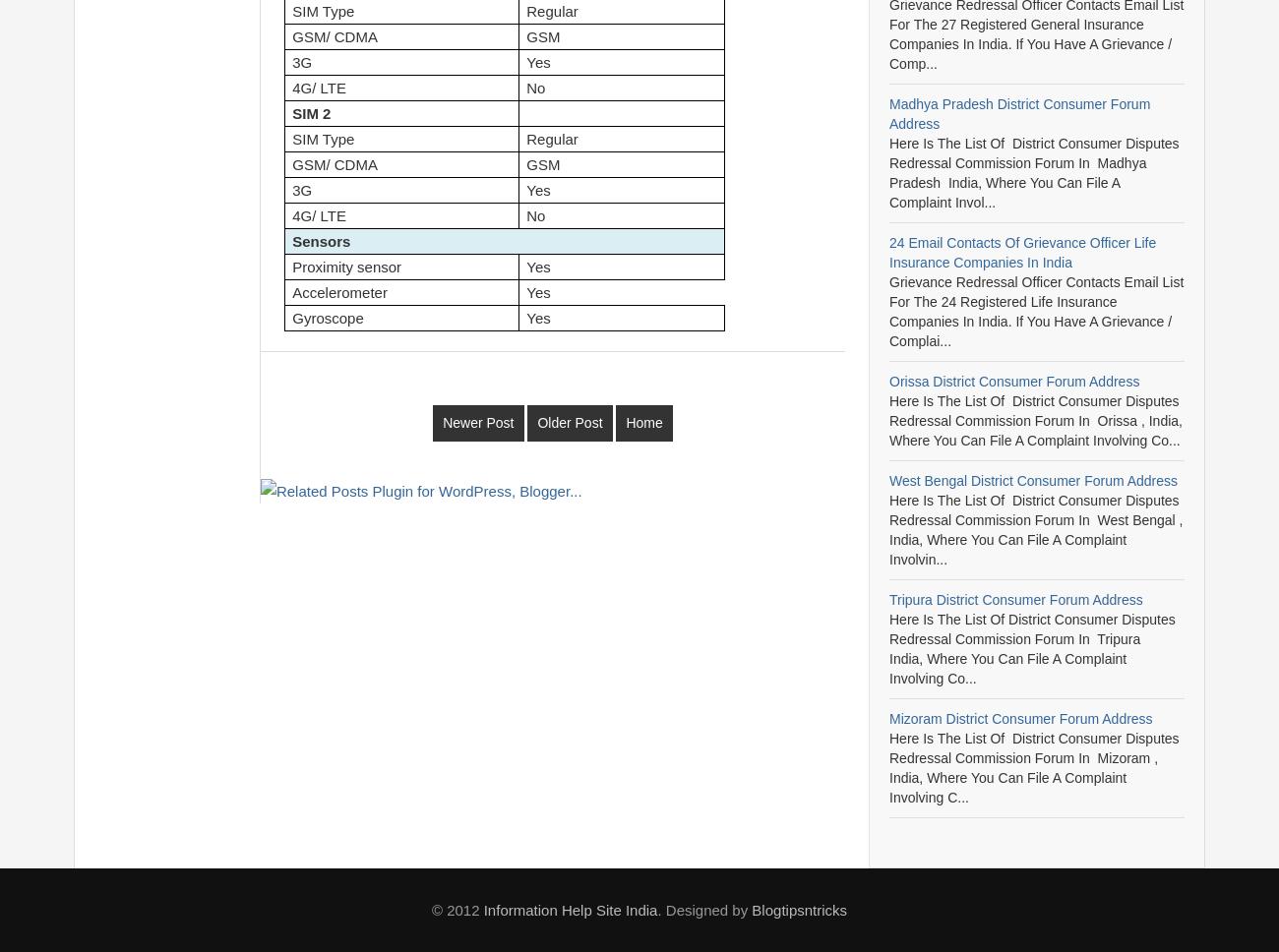  I want to click on 'Grievance Redressal Officer Contacts email list for the 24 Registered Life Insurance Companies in India. If you have a grievance / complai...', so click(1036, 311).